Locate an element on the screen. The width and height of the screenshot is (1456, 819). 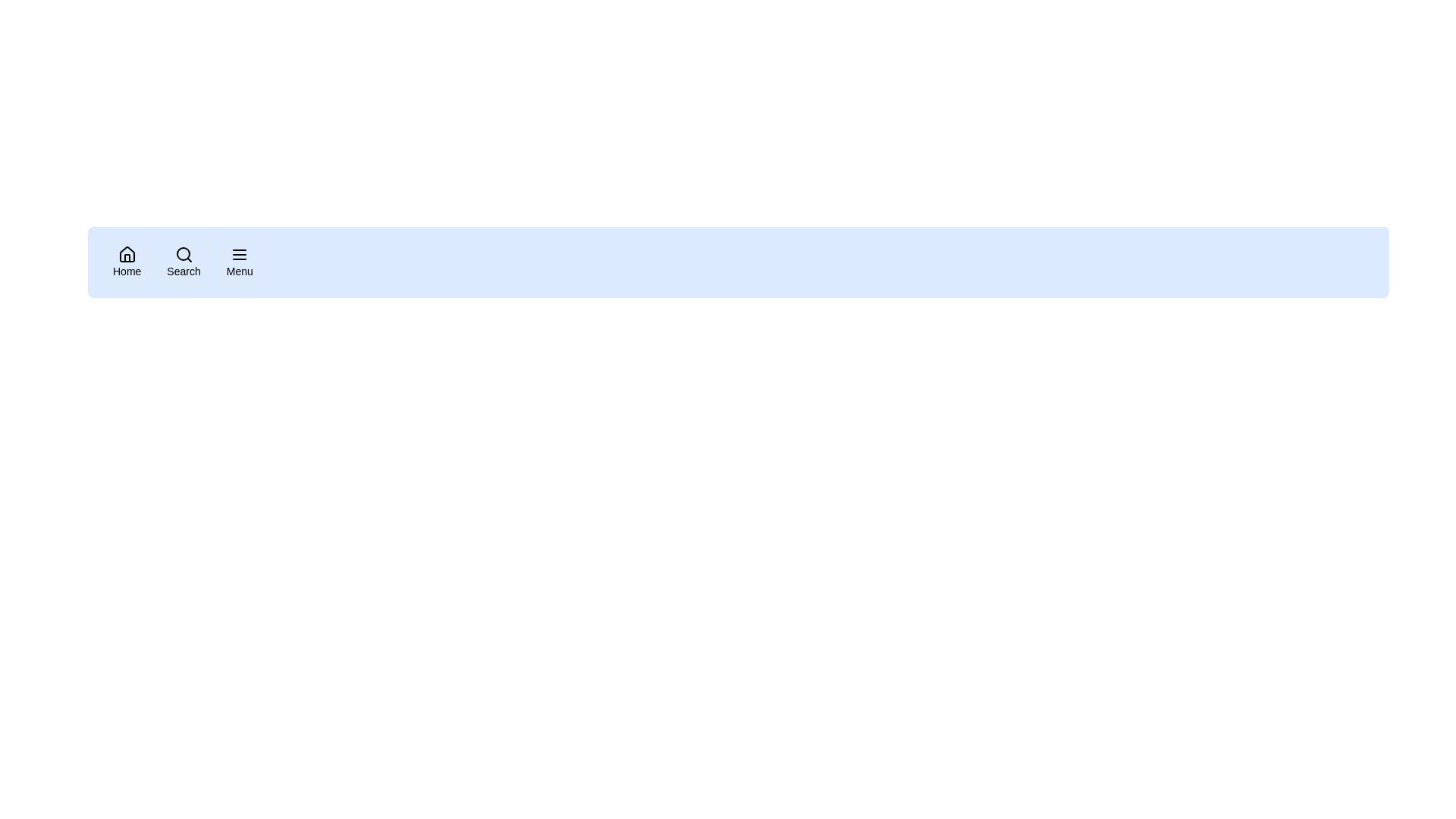
the 'Home' icon in the top-left navigation menu is located at coordinates (127, 253).